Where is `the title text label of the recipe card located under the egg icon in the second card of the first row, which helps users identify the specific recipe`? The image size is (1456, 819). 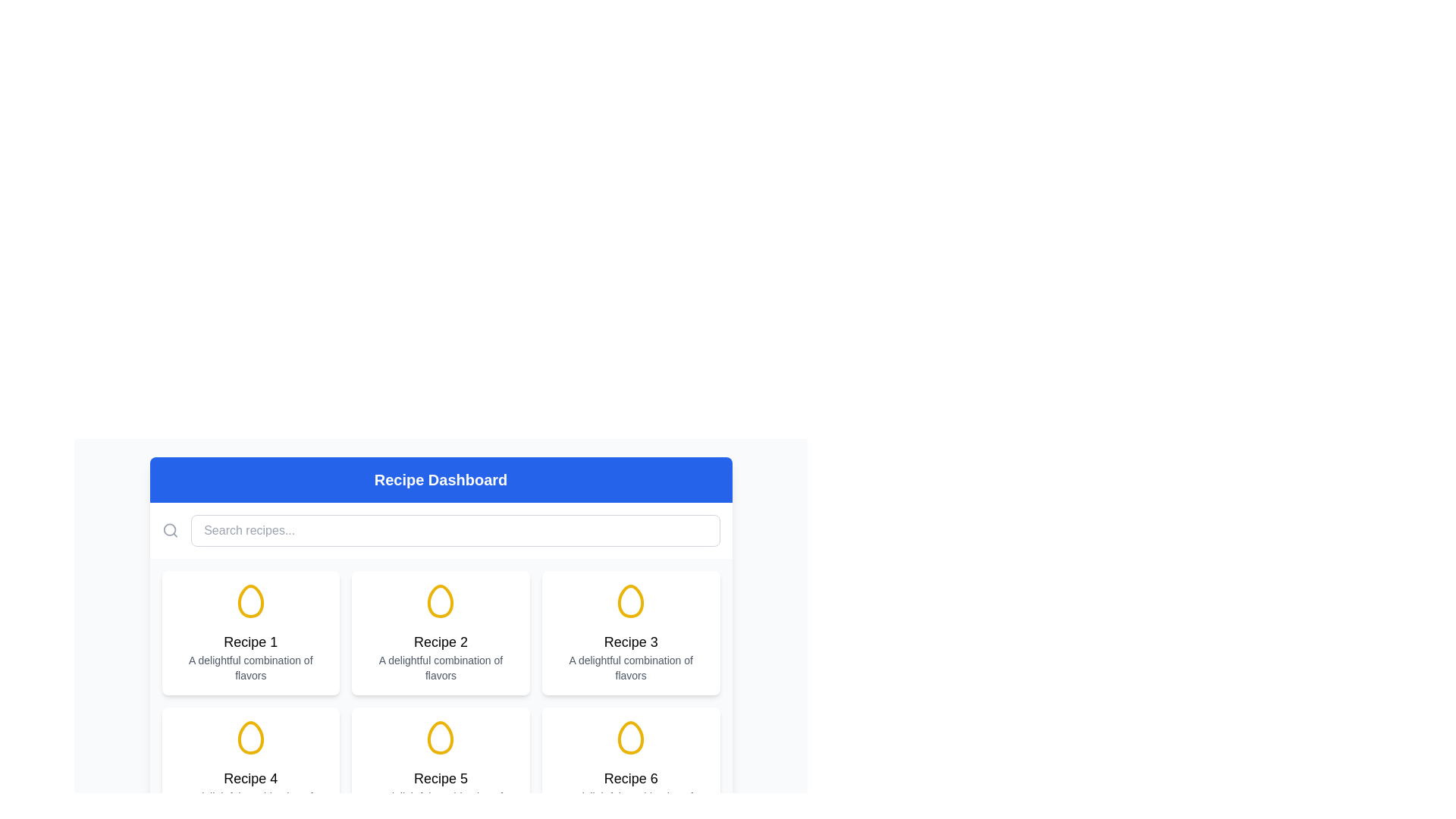 the title text label of the recipe card located under the egg icon in the second card of the first row, which helps users identify the specific recipe is located at coordinates (440, 642).